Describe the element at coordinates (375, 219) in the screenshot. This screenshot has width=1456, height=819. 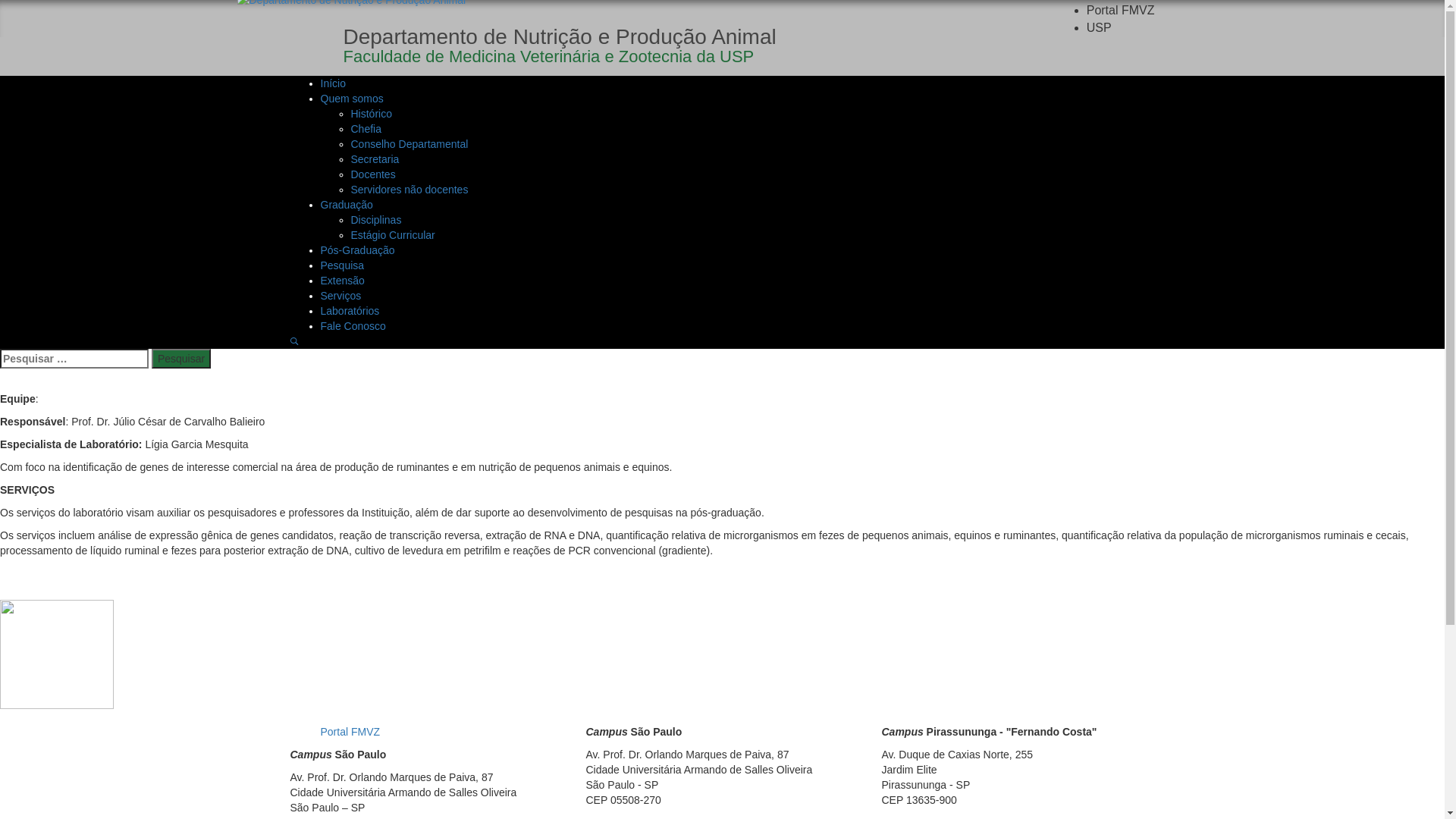
I see `'Disciplinas'` at that location.